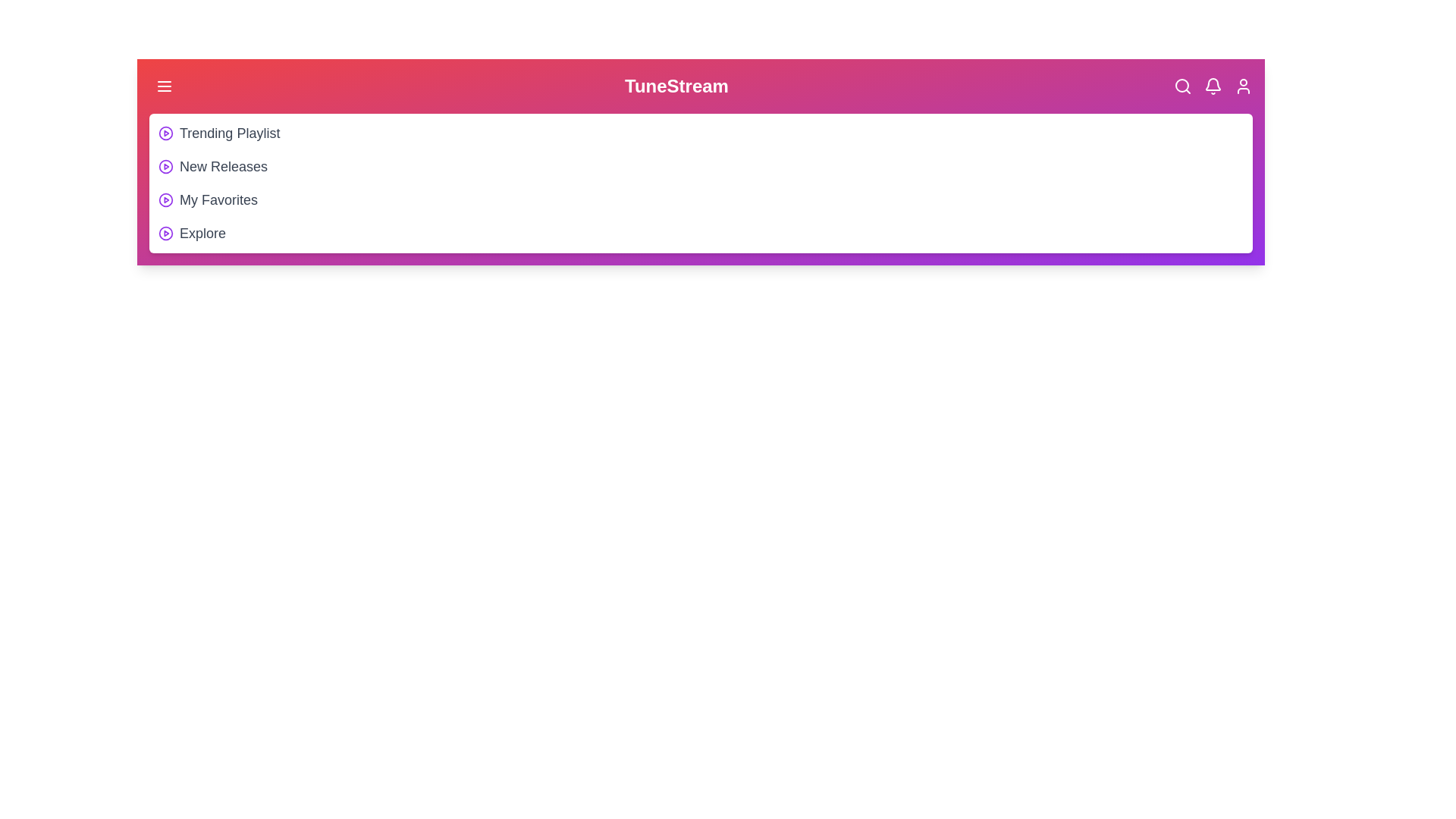 The height and width of the screenshot is (819, 1456). Describe the element at coordinates (218, 199) in the screenshot. I see `the playlist item My Favorites` at that location.